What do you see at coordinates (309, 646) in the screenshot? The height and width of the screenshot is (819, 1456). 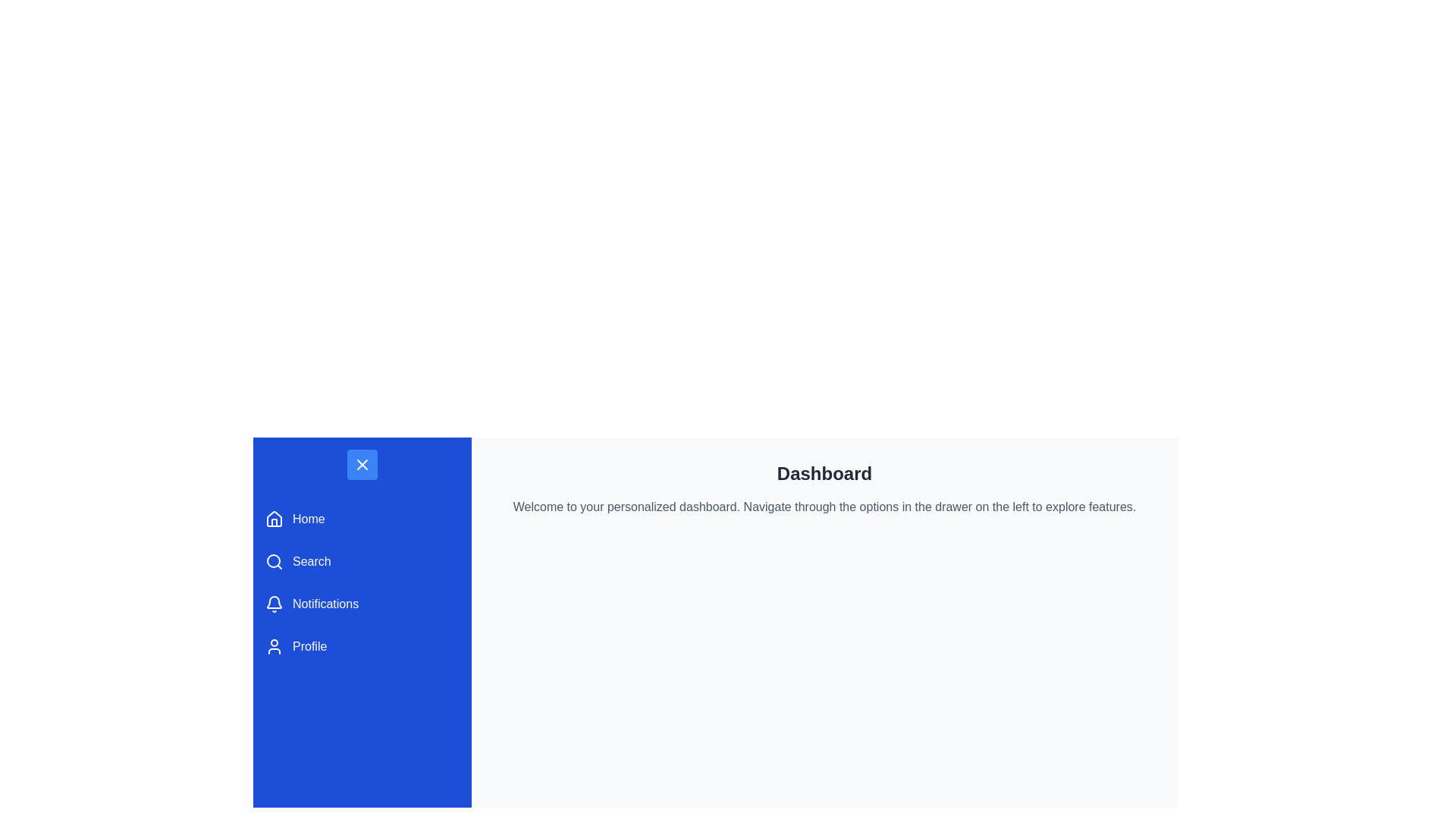 I see `the 'Profile' text element, which is part of the button that opens the user's profile settings in the left navigation panel, located to the right of the user icon` at bounding box center [309, 646].